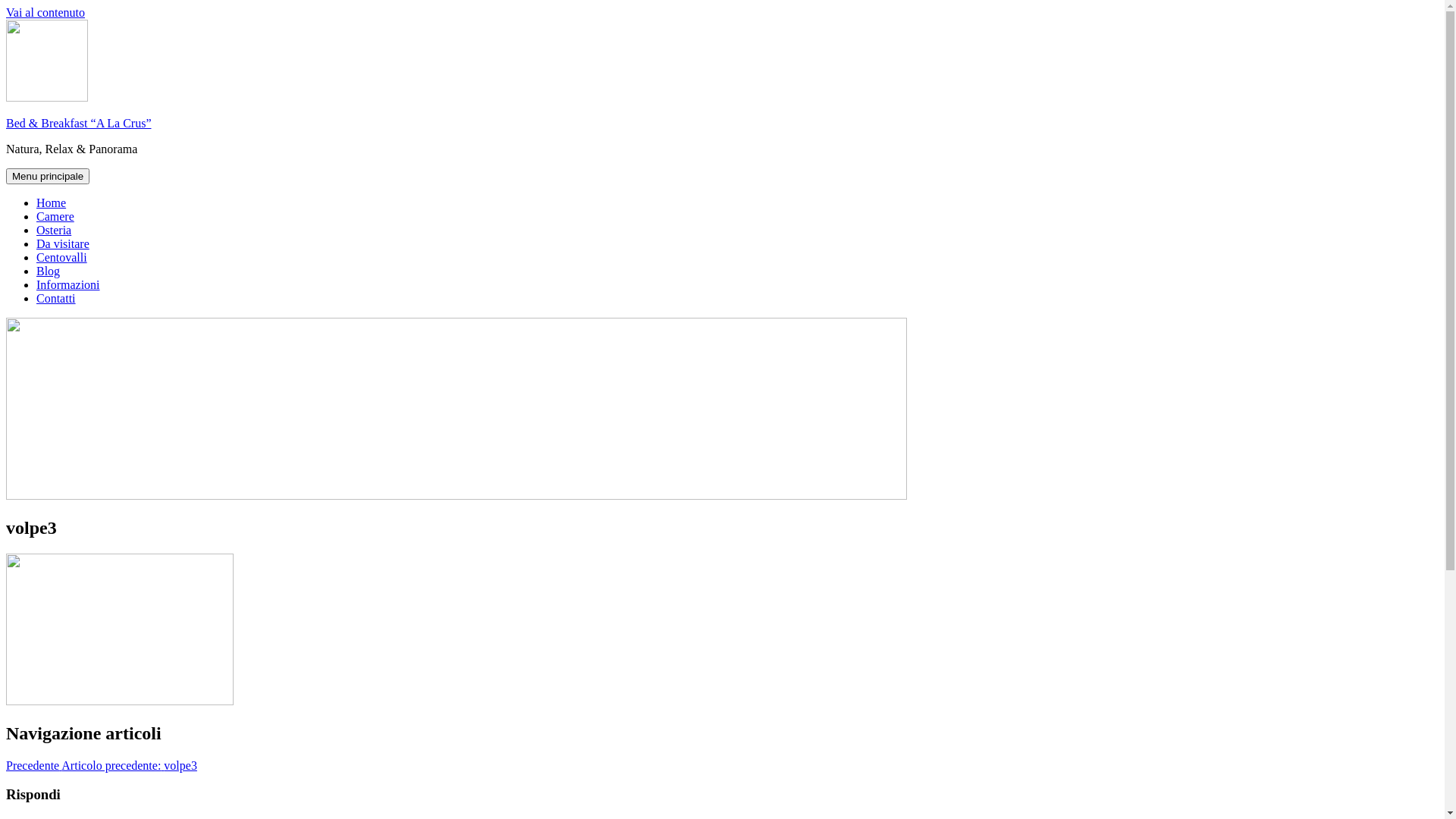 This screenshot has width=1456, height=819. Describe the element at coordinates (45, 12) in the screenshot. I see `'Vai al contenuto'` at that location.